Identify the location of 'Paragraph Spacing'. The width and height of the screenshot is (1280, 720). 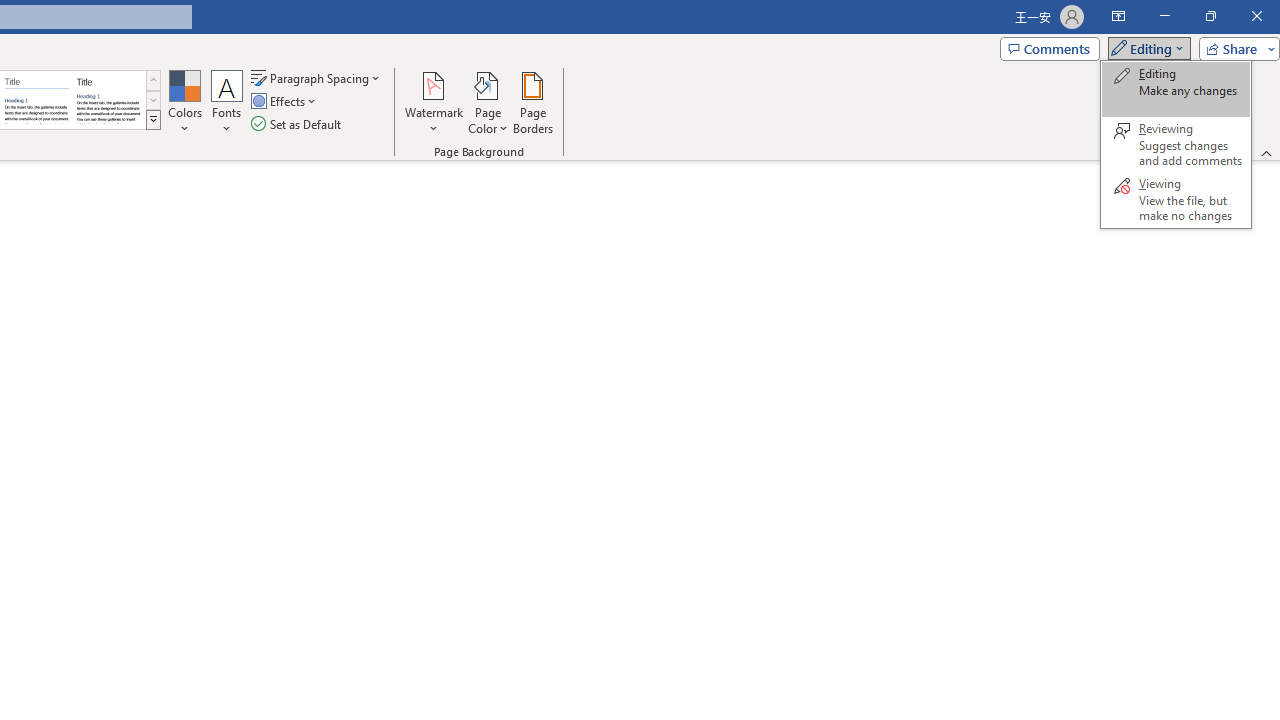
(316, 77).